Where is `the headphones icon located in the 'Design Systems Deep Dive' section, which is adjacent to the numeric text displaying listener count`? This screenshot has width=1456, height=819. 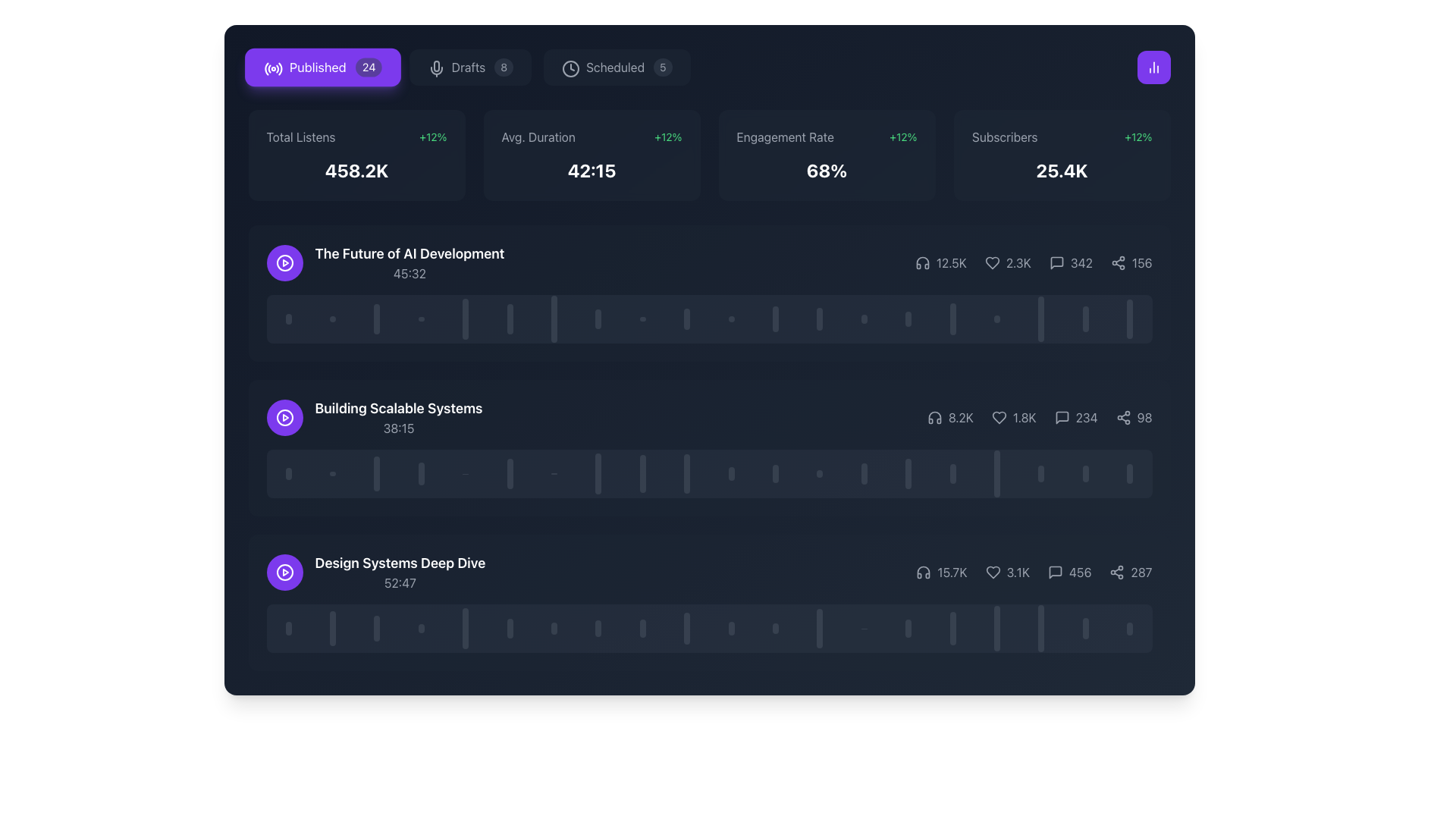 the headphones icon located in the 'Design Systems Deep Dive' section, which is adjacent to the numeric text displaying listener count is located at coordinates (923, 573).